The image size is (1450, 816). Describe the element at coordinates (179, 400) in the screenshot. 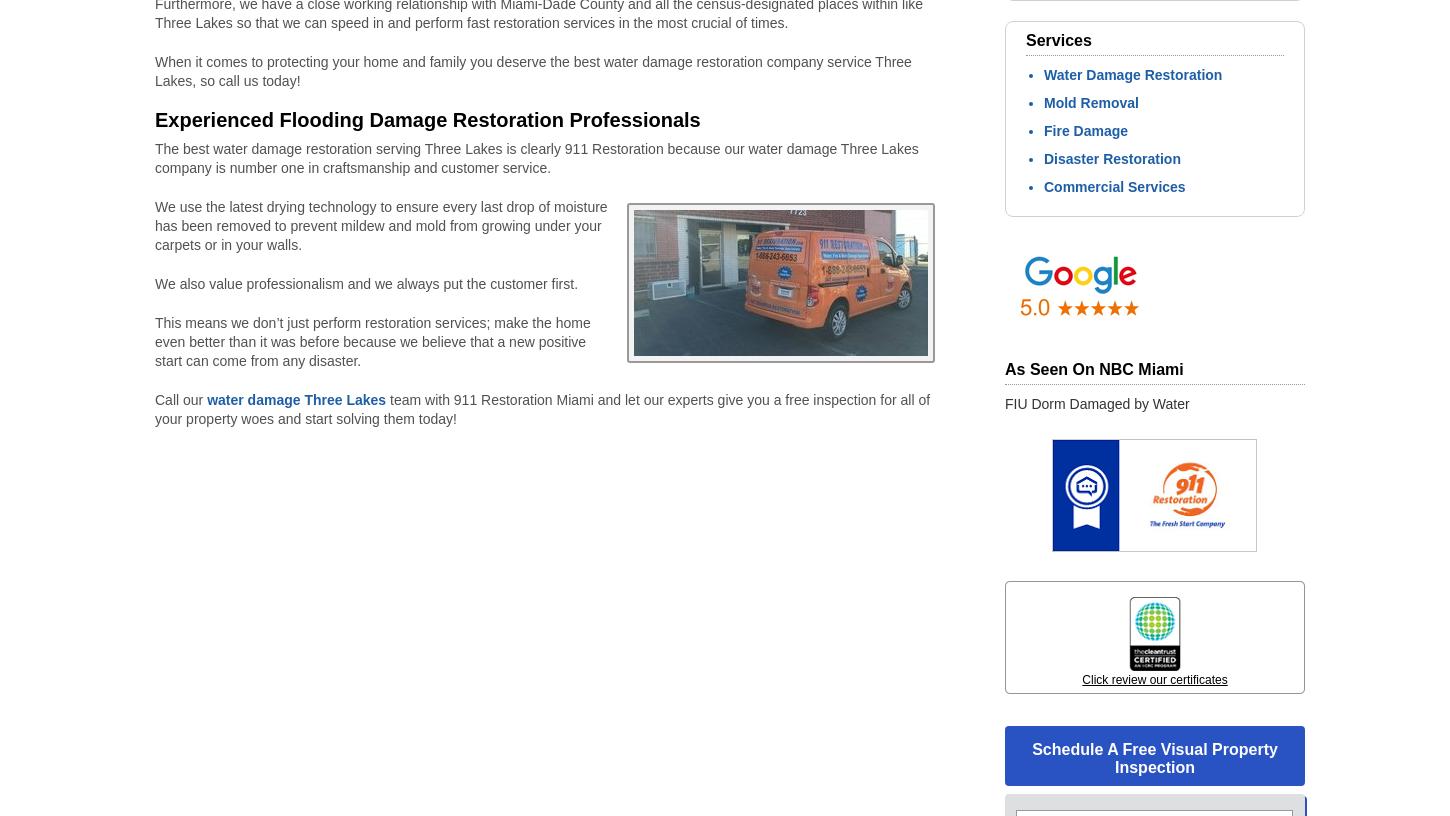

I see `'Call our'` at that location.